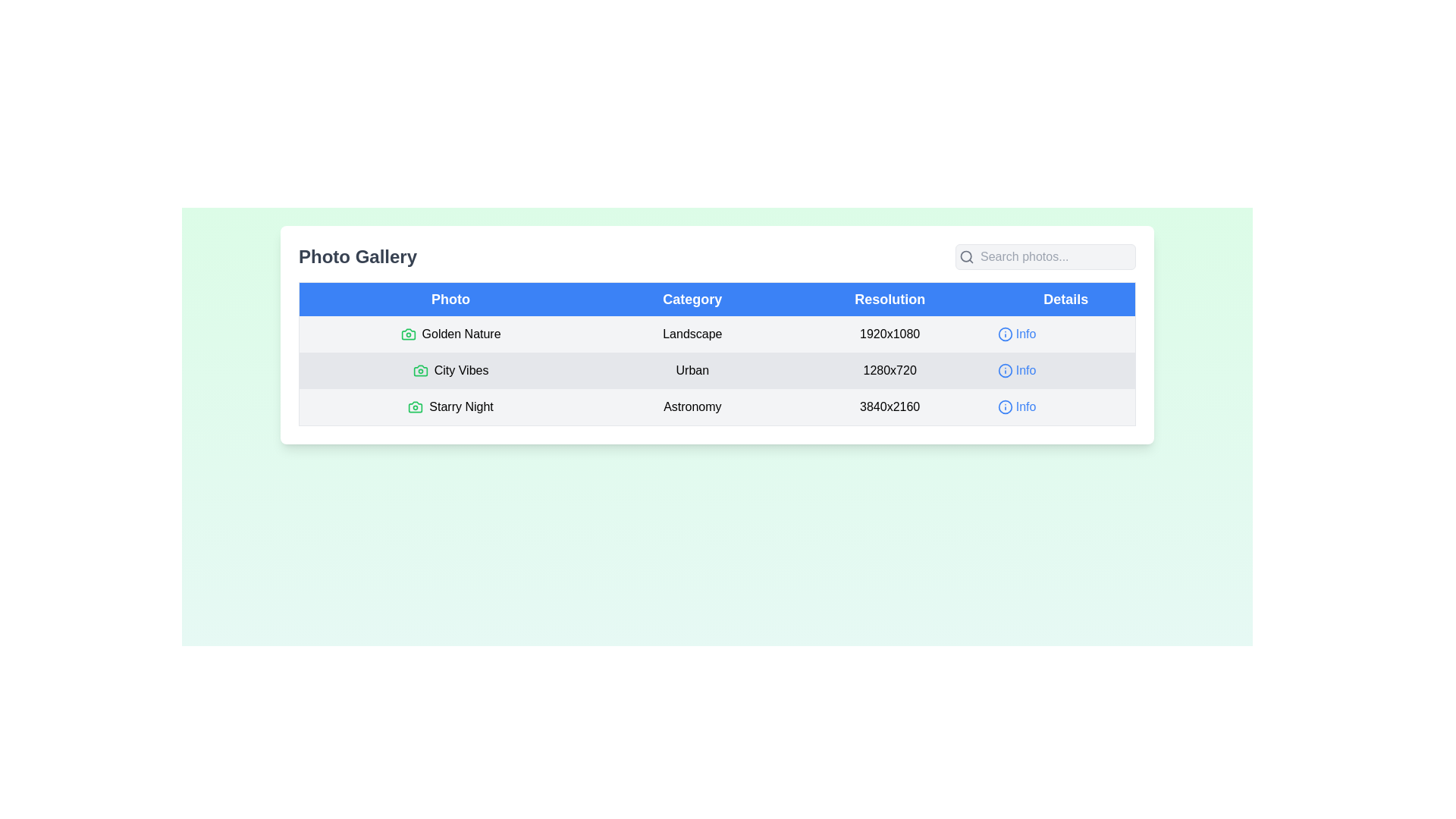 Image resolution: width=1456 pixels, height=819 pixels. What do you see at coordinates (1017, 371) in the screenshot?
I see `the 'Info' interactive link with icon and text in the 'Details' column of the middle row, aligned with the 'City Vibes' entry` at bounding box center [1017, 371].